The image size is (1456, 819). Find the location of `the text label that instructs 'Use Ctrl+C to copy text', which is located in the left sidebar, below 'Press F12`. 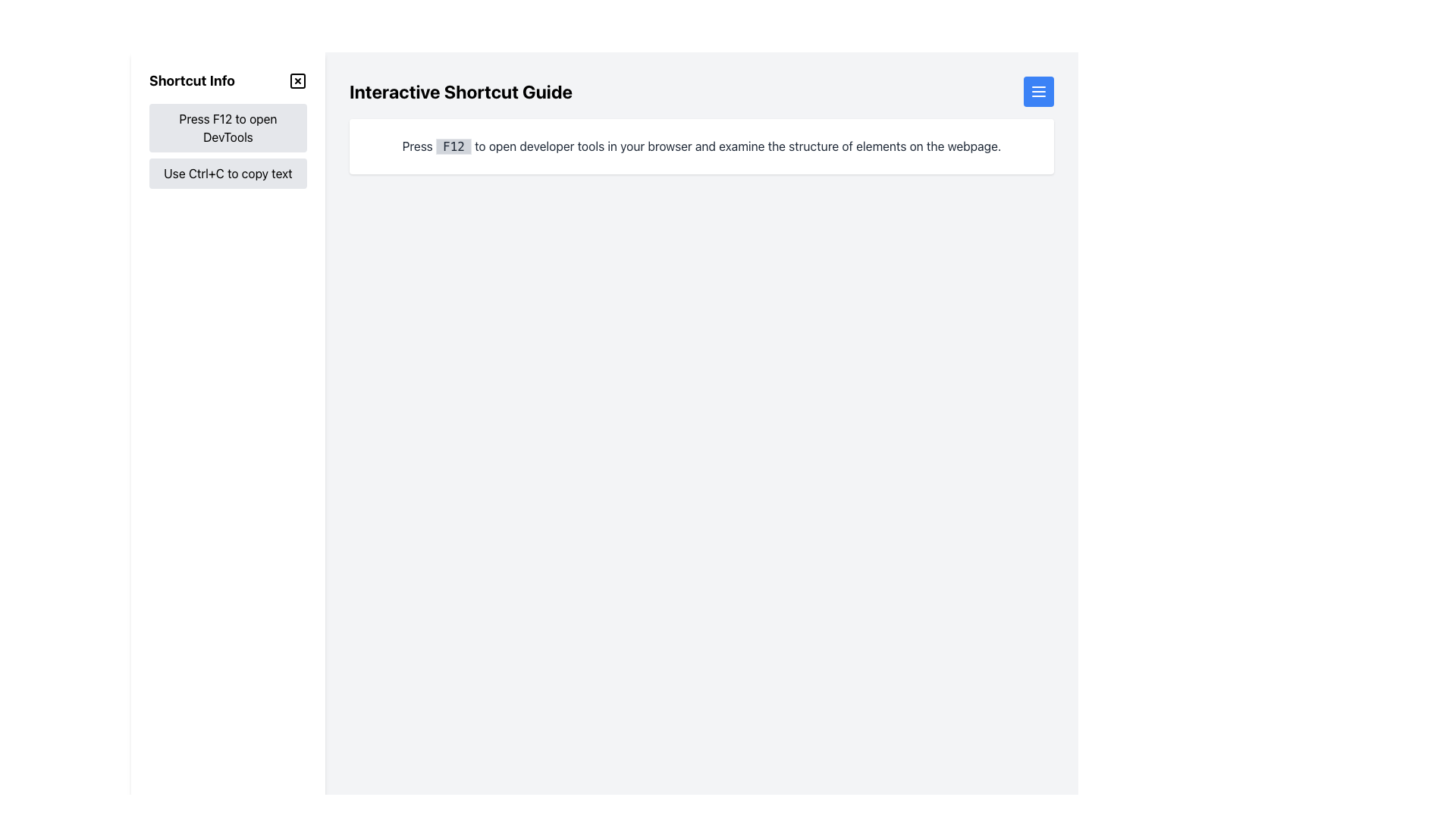

the text label that instructs 'Use Ctrl+C to copy text', which is located in the left sidebar, below 'Press F12 is located at coordinates (227, 172).